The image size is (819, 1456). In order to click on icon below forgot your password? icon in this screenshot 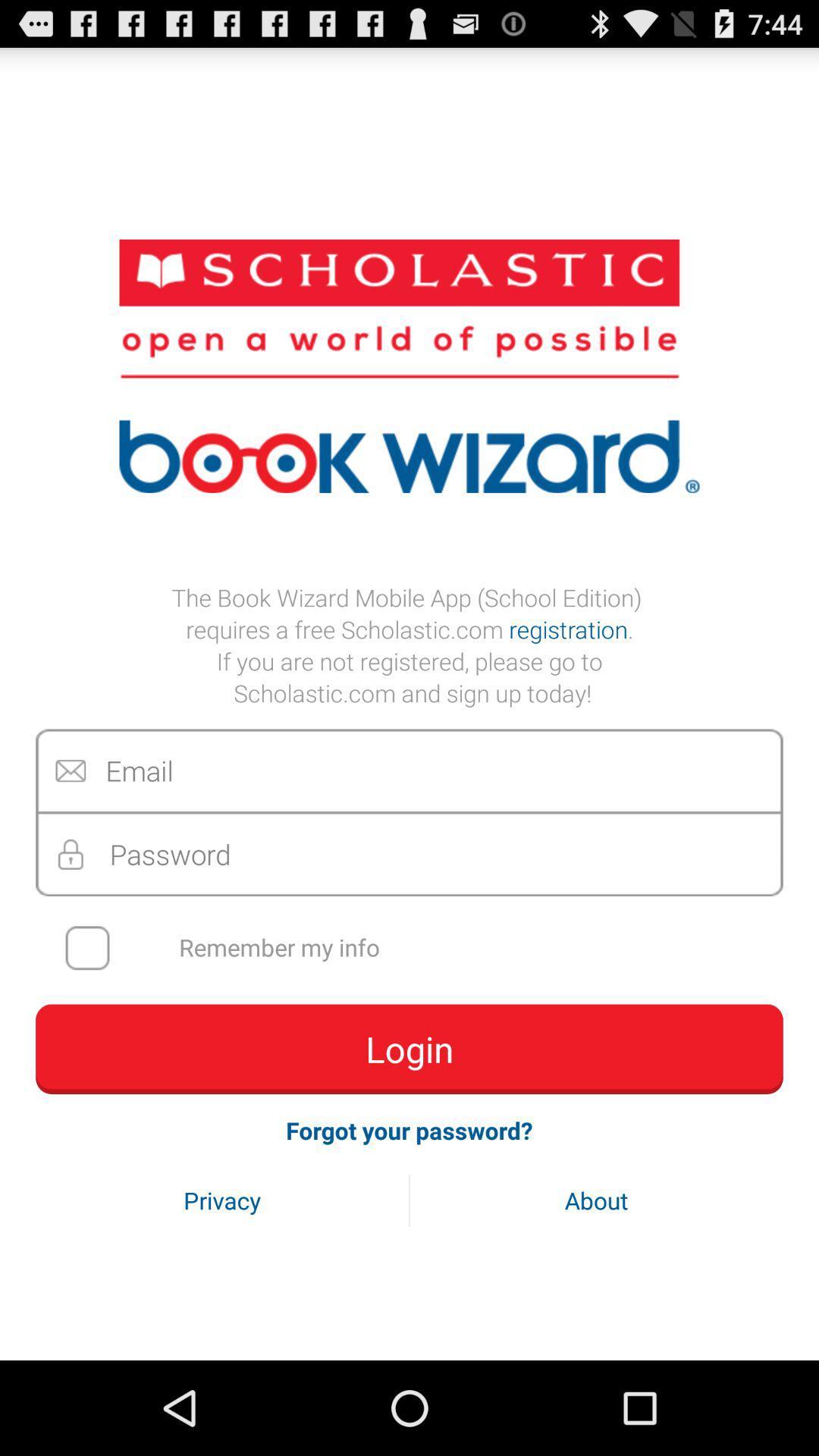, I will do `click(595, 1200)`.